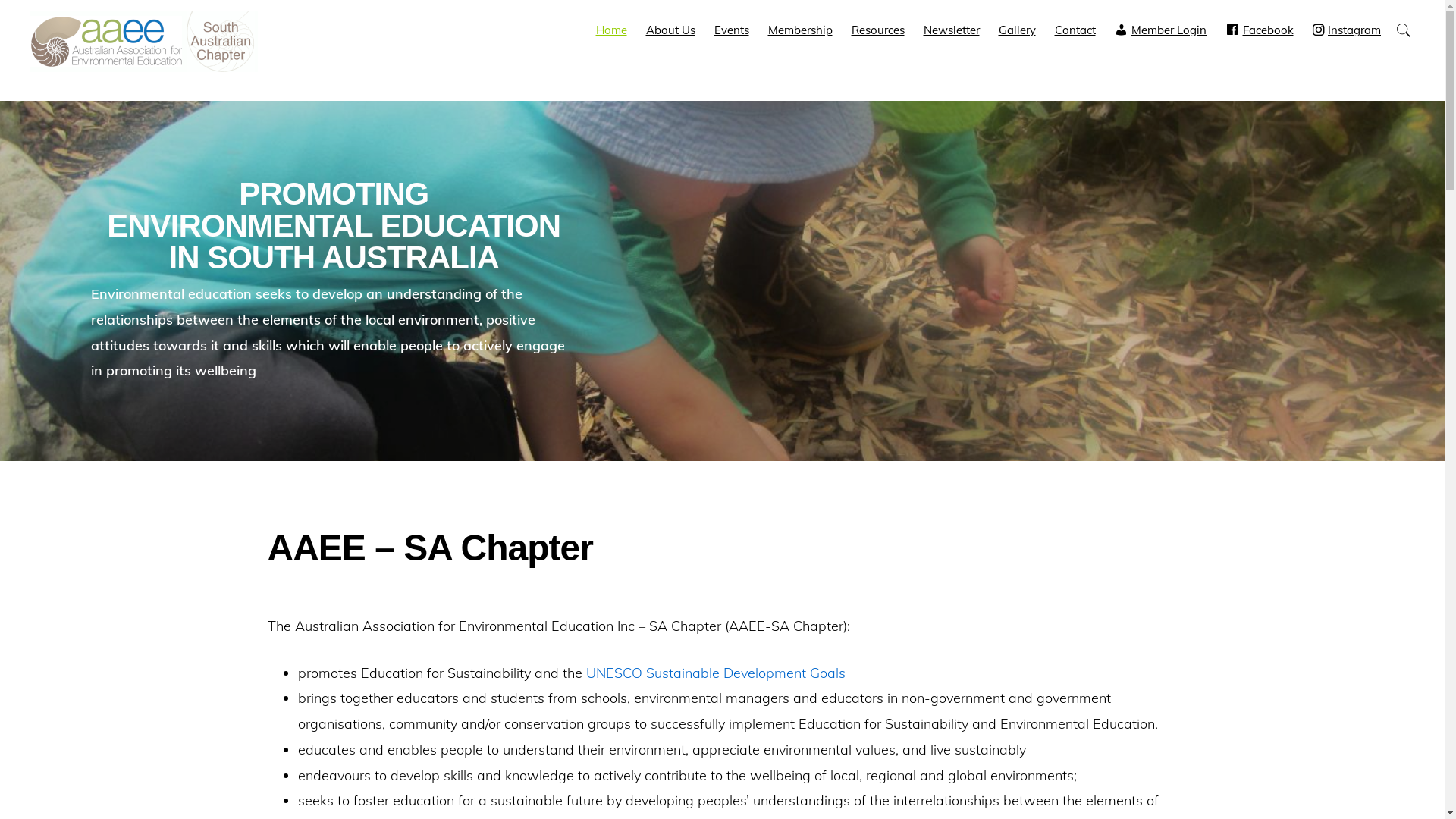 Image resolution: width=1456 pixels, height=819 pixels. What do you see at coordinates (714, 672) in the screenshot?
I see `'UNESCO Sustainable Development Goals'` at bounding box center [714, 672].